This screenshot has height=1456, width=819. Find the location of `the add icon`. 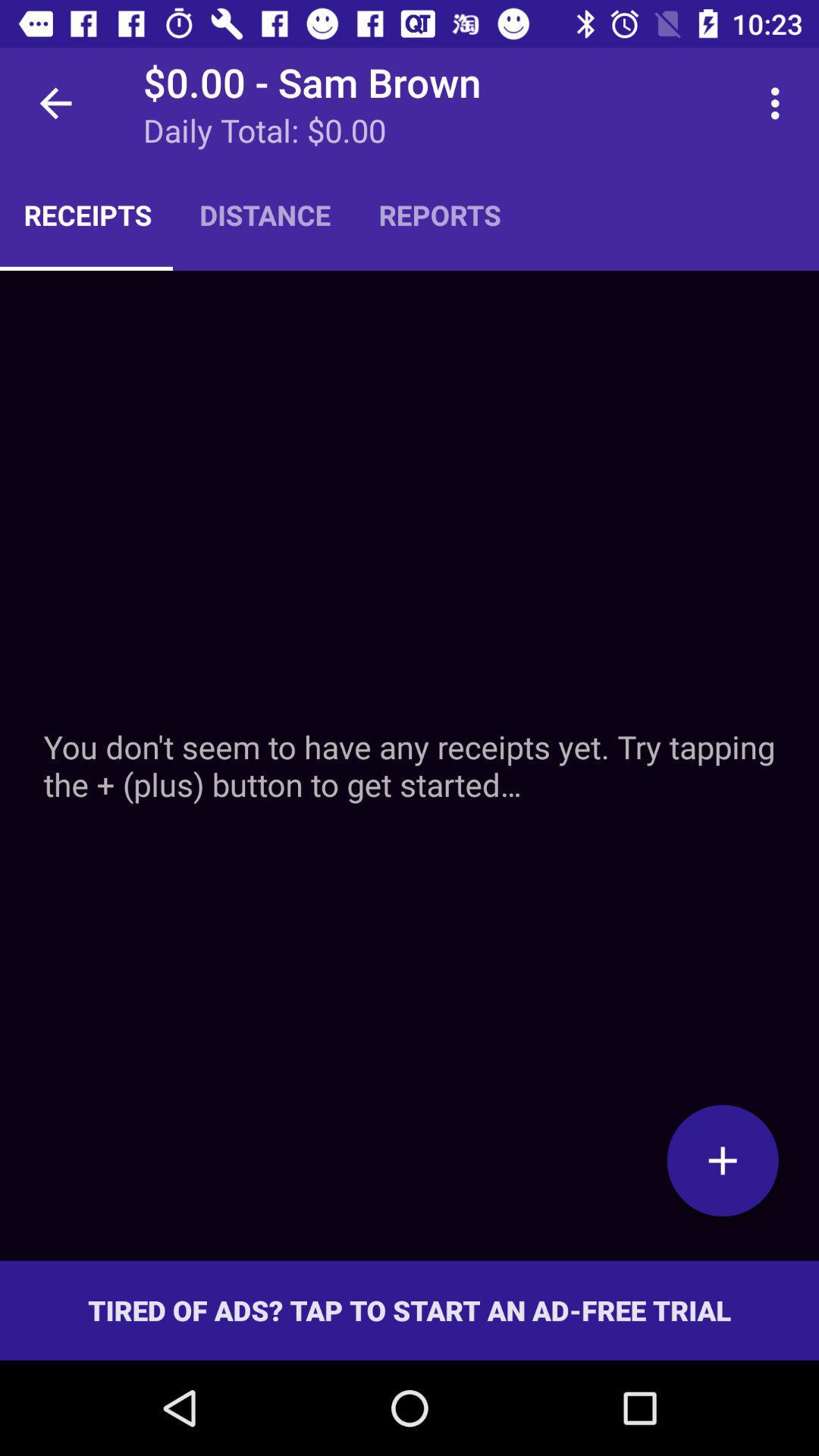

the add icon is located at coordinates (722, 1159).